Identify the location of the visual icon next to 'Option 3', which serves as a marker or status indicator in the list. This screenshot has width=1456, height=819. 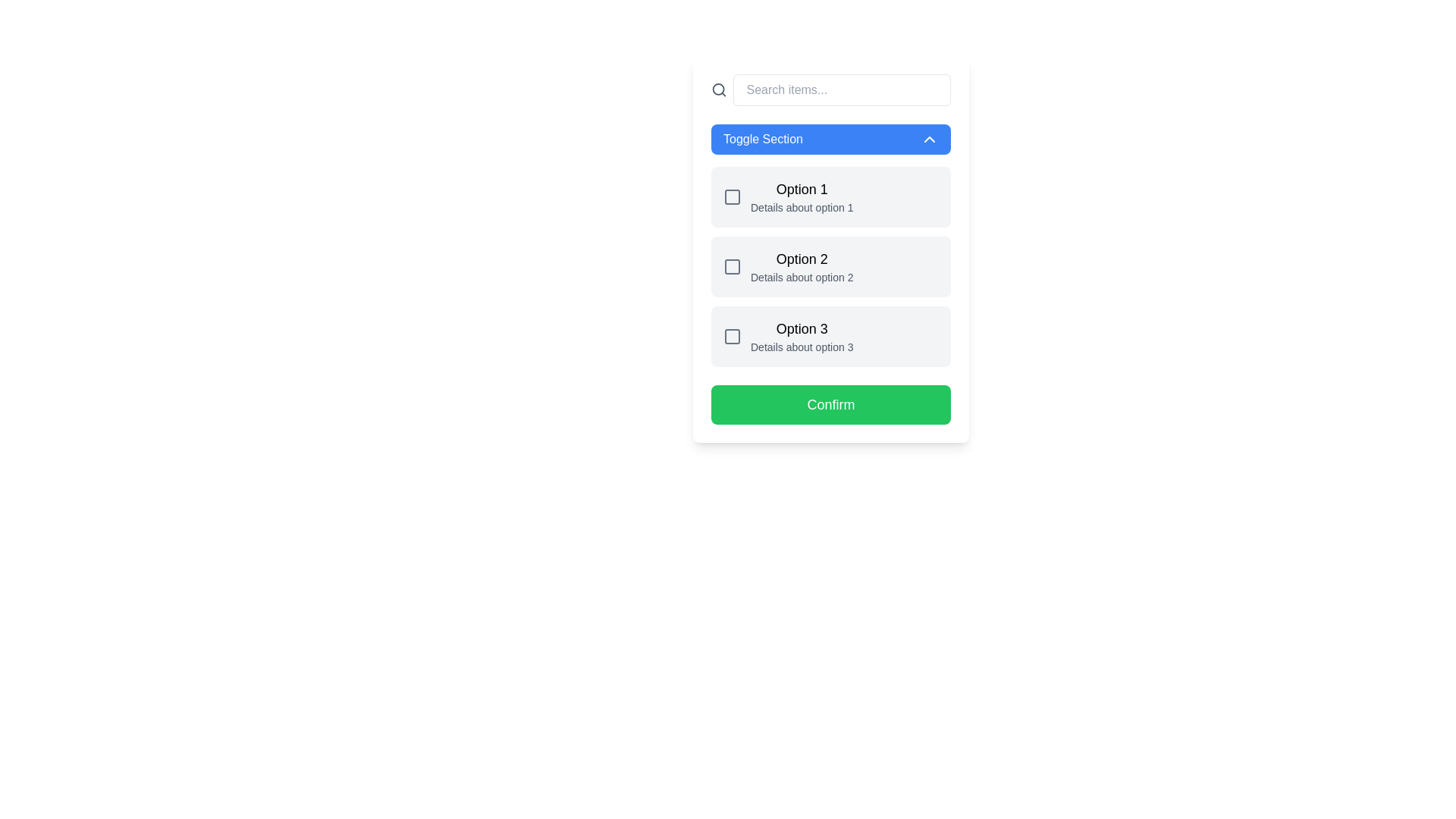
(732, 335).